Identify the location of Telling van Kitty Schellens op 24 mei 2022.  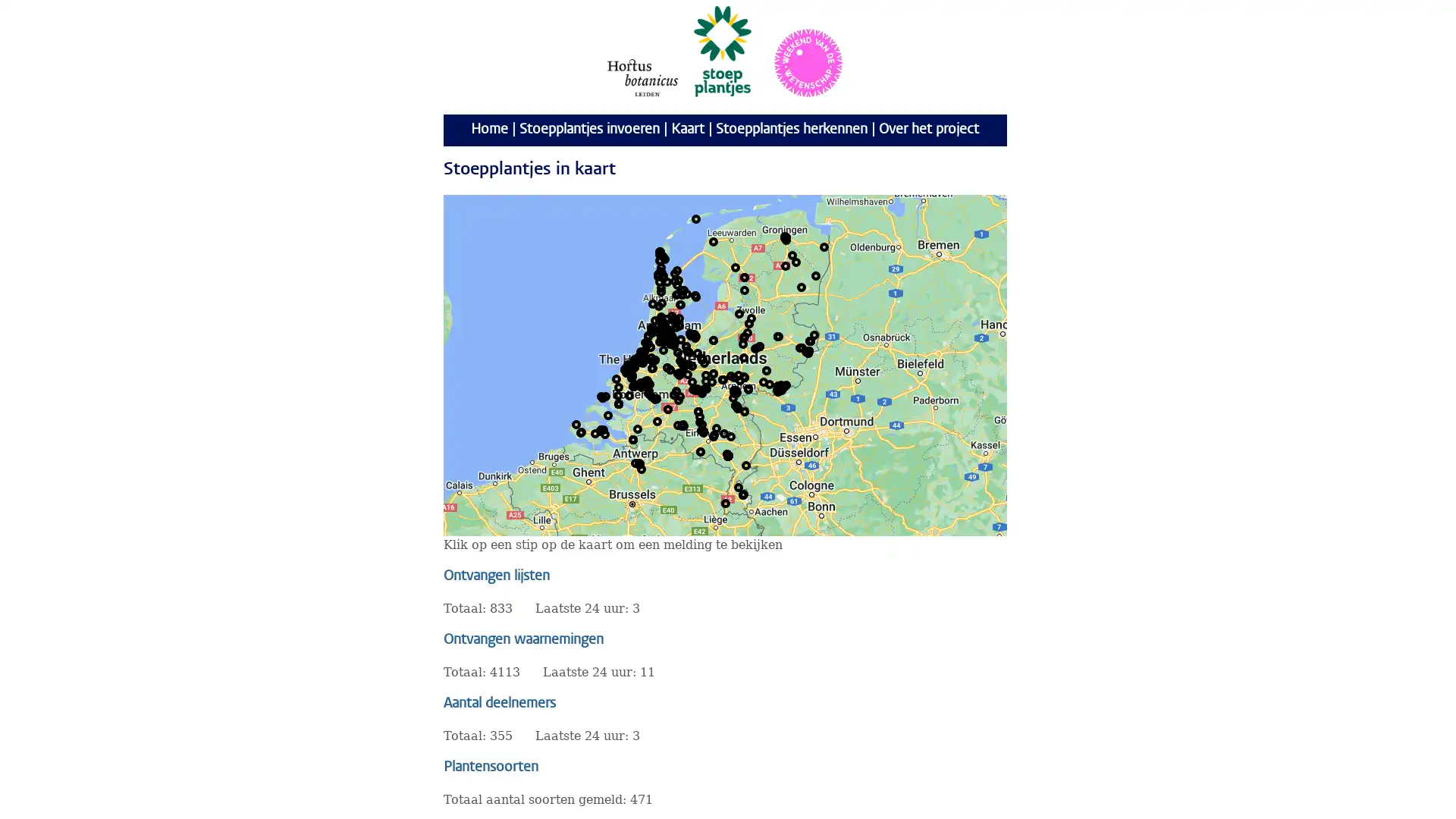
(702, 431).